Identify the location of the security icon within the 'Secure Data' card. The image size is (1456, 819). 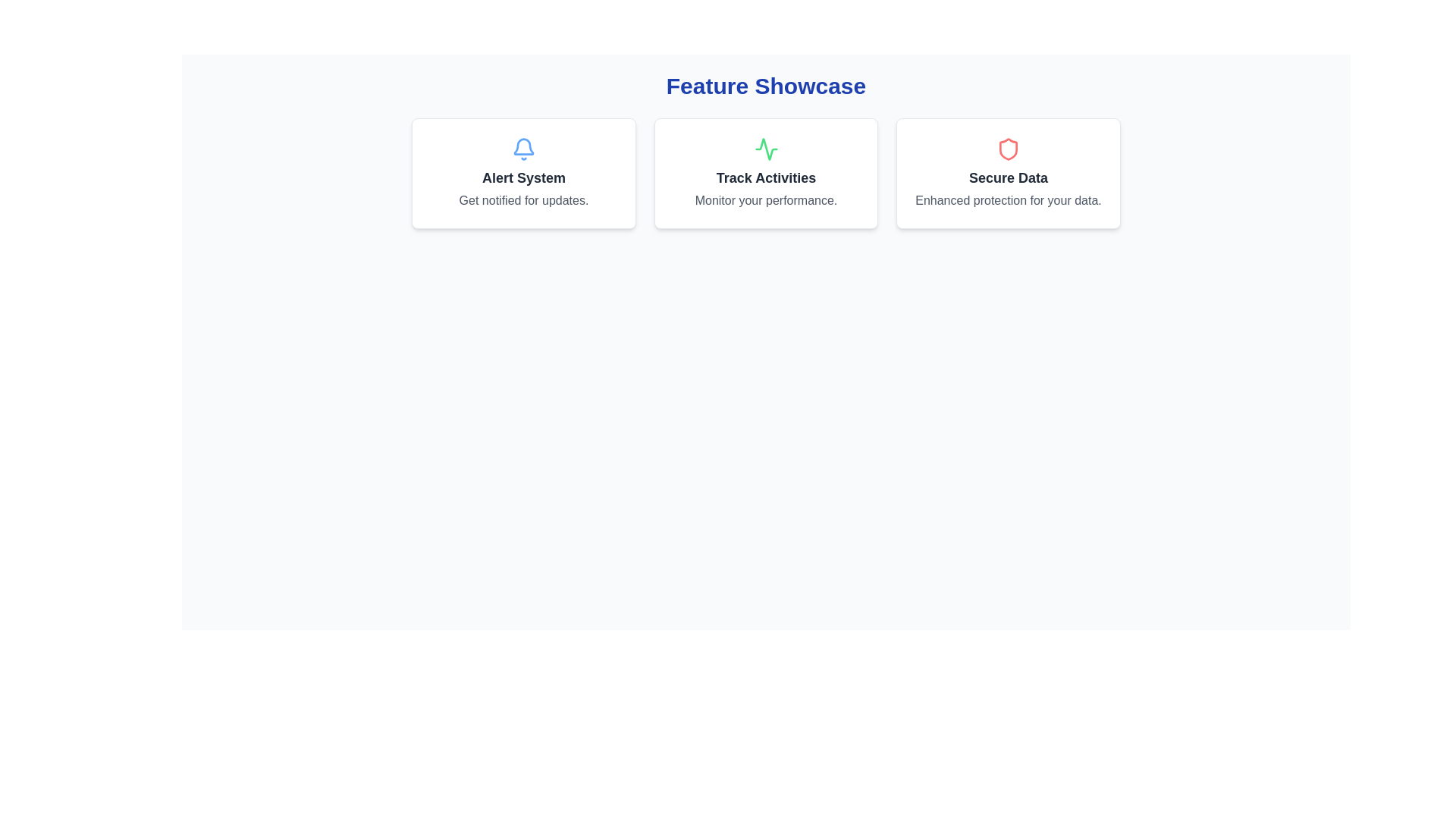
(1008, 149).